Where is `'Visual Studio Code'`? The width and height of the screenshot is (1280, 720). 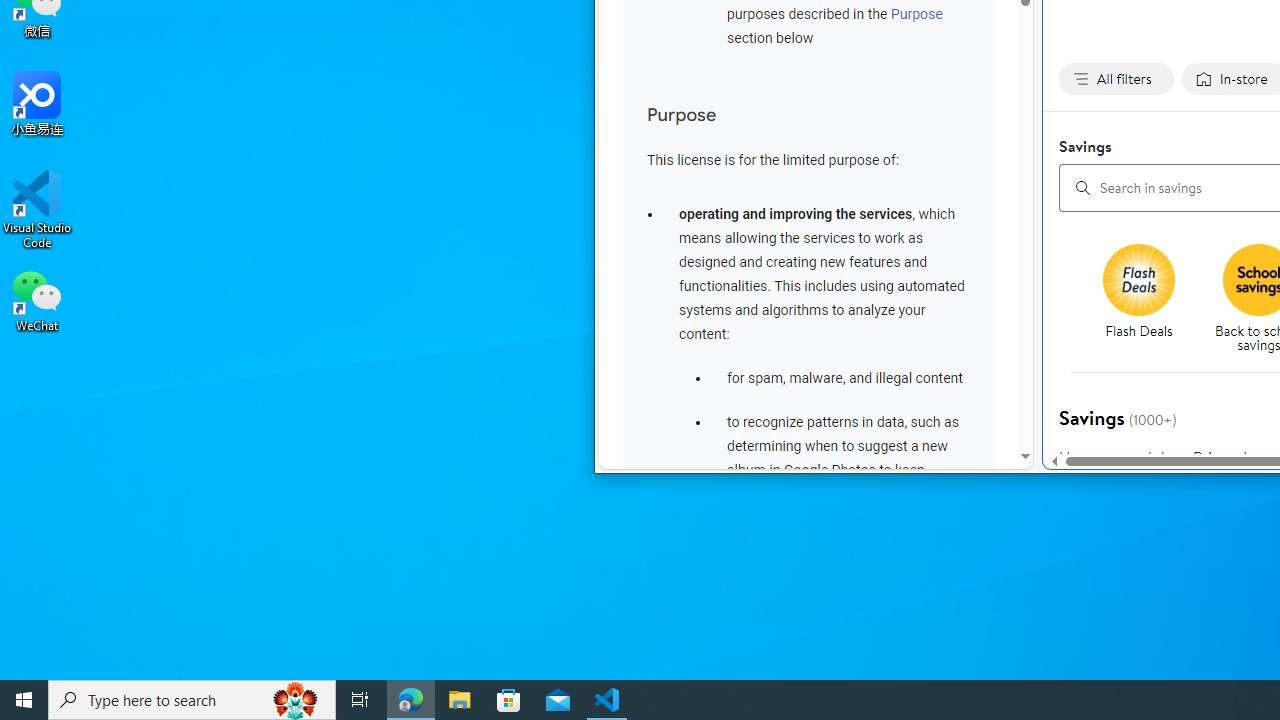
'Visual Studio Code' is located at coordinates (37, 209).